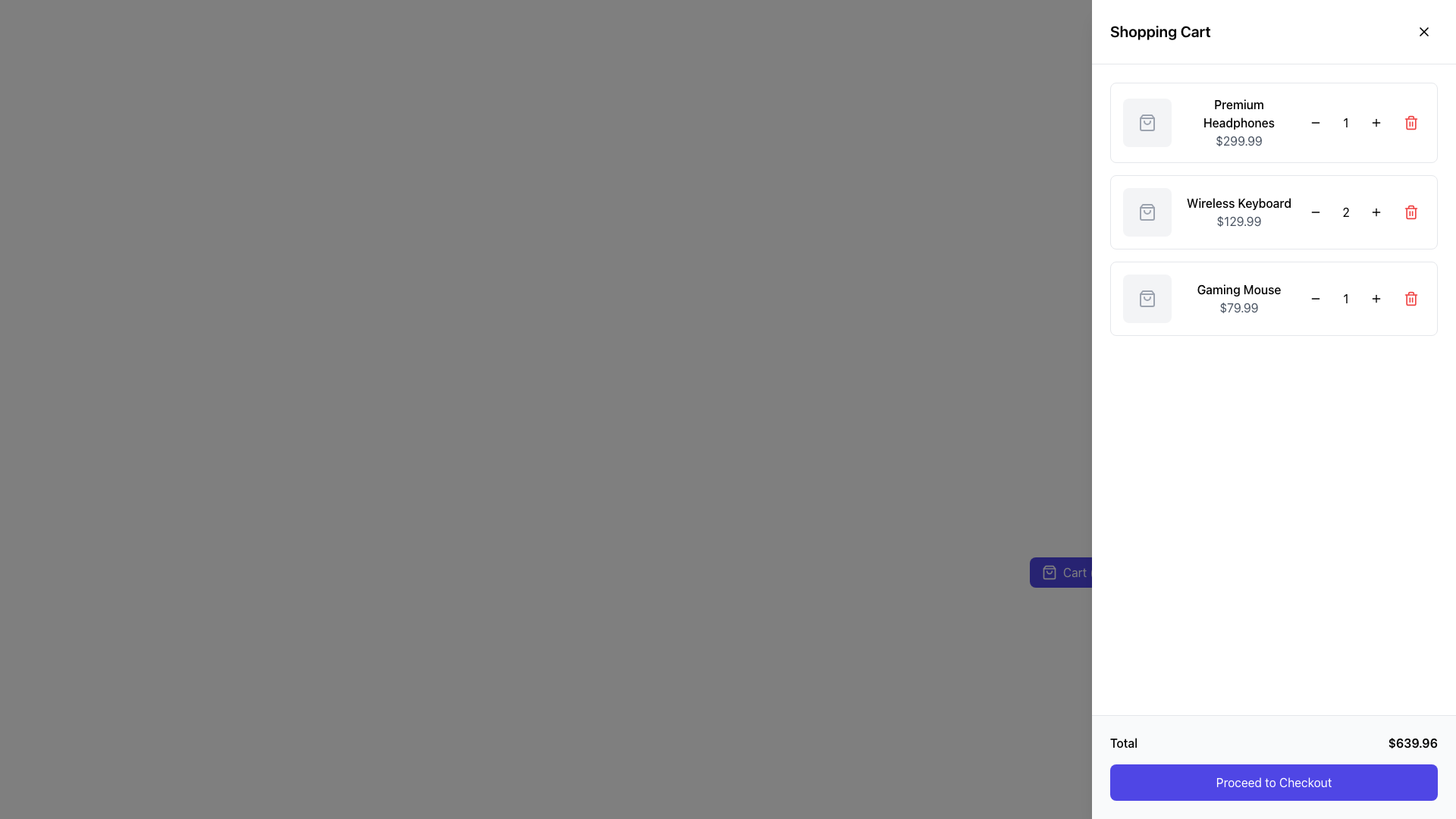 The width and height of the screenshot is (1456, 819). I want to click on the circular button with a black 'X' icon located at the top-right of the shopping cart header, so click(1423, 32).